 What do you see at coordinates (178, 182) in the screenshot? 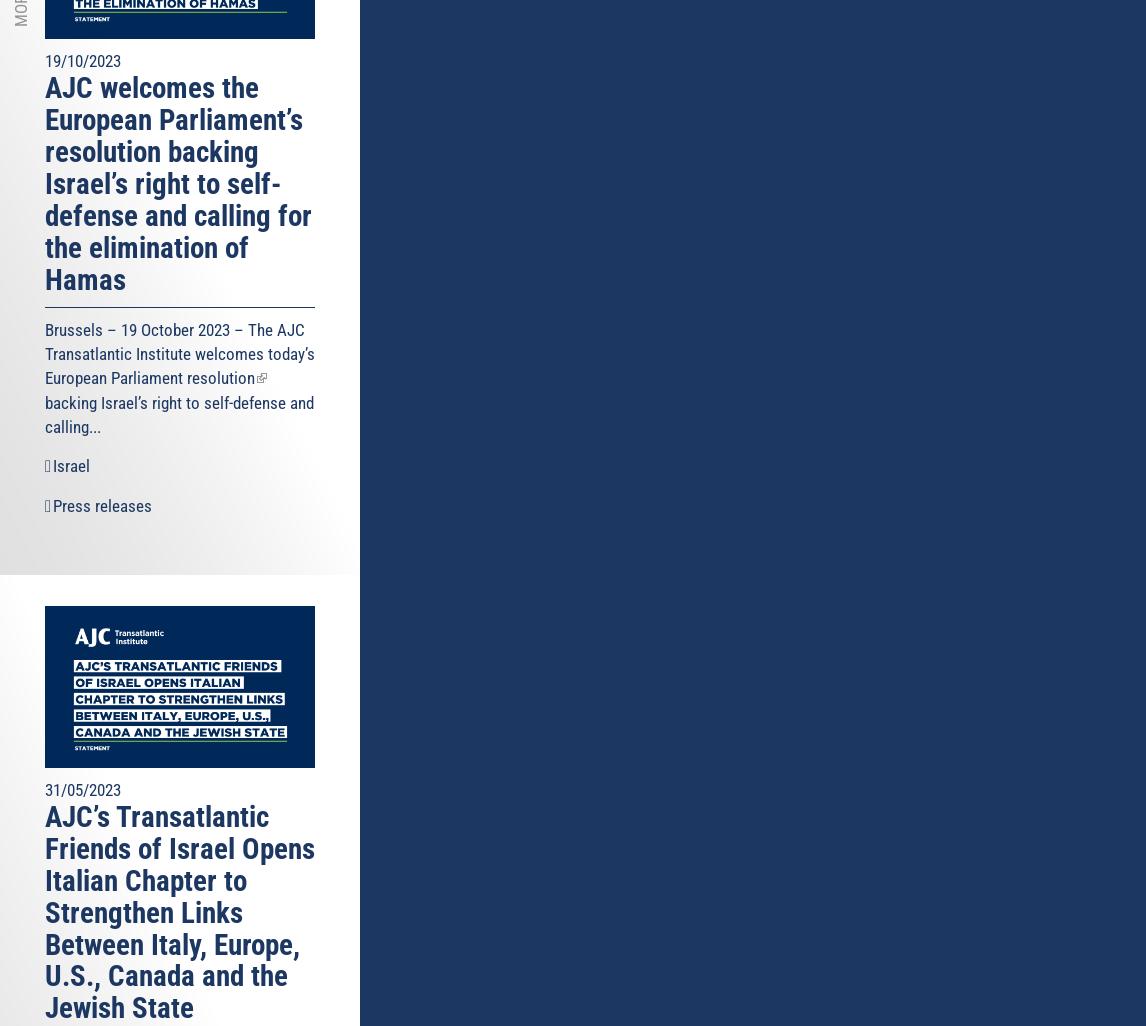
I see `'AJC welcomes the European Parliament’s resolution backing Israel’s right to self-defense and calling for the elimination of Hamas'` at bounding box center [178, 182].